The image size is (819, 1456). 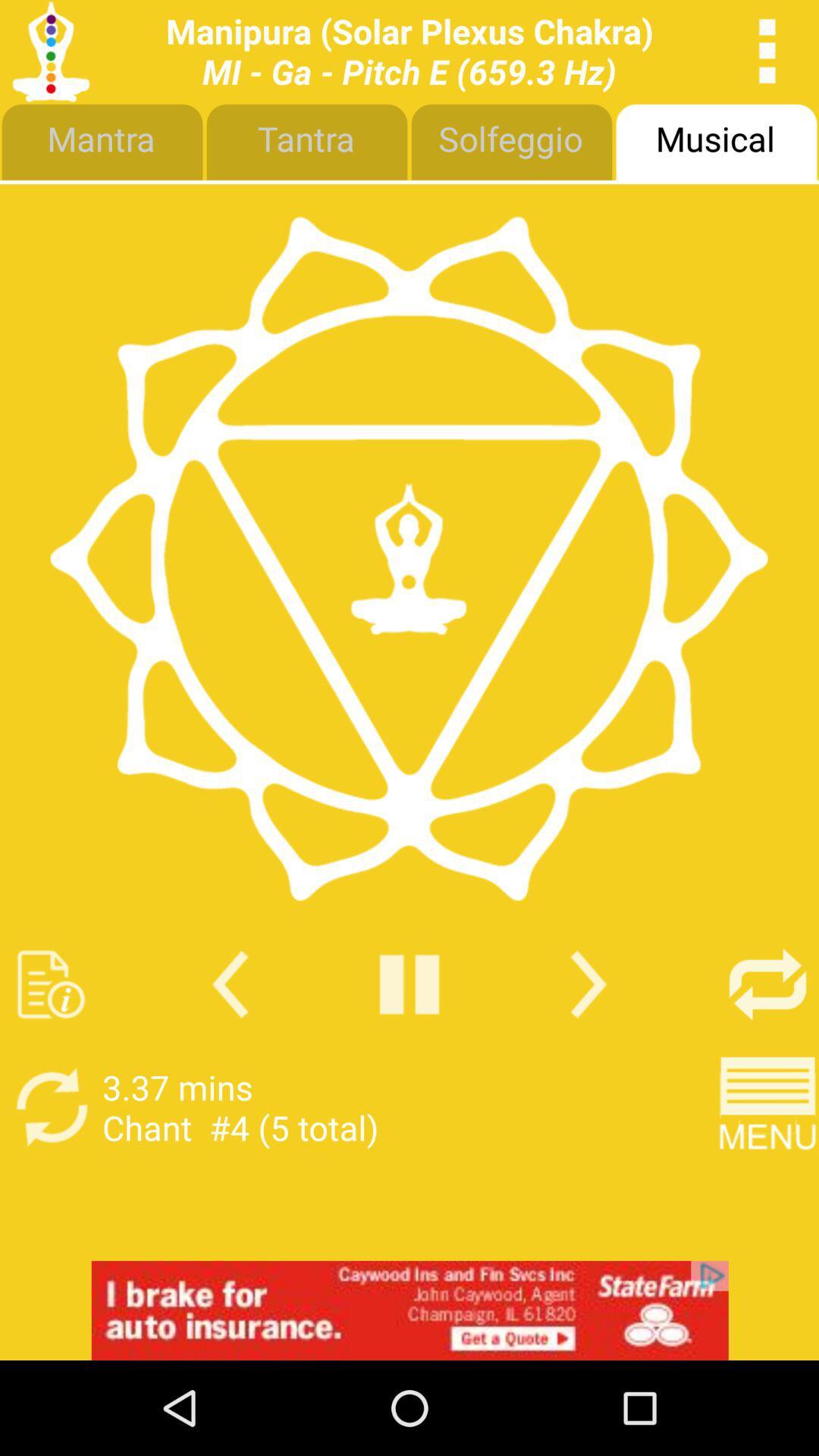 What do you see at coordinates (409, 1310) in the screenshot?
I see `interact with advertisement` at bounding box center [409, 1310].